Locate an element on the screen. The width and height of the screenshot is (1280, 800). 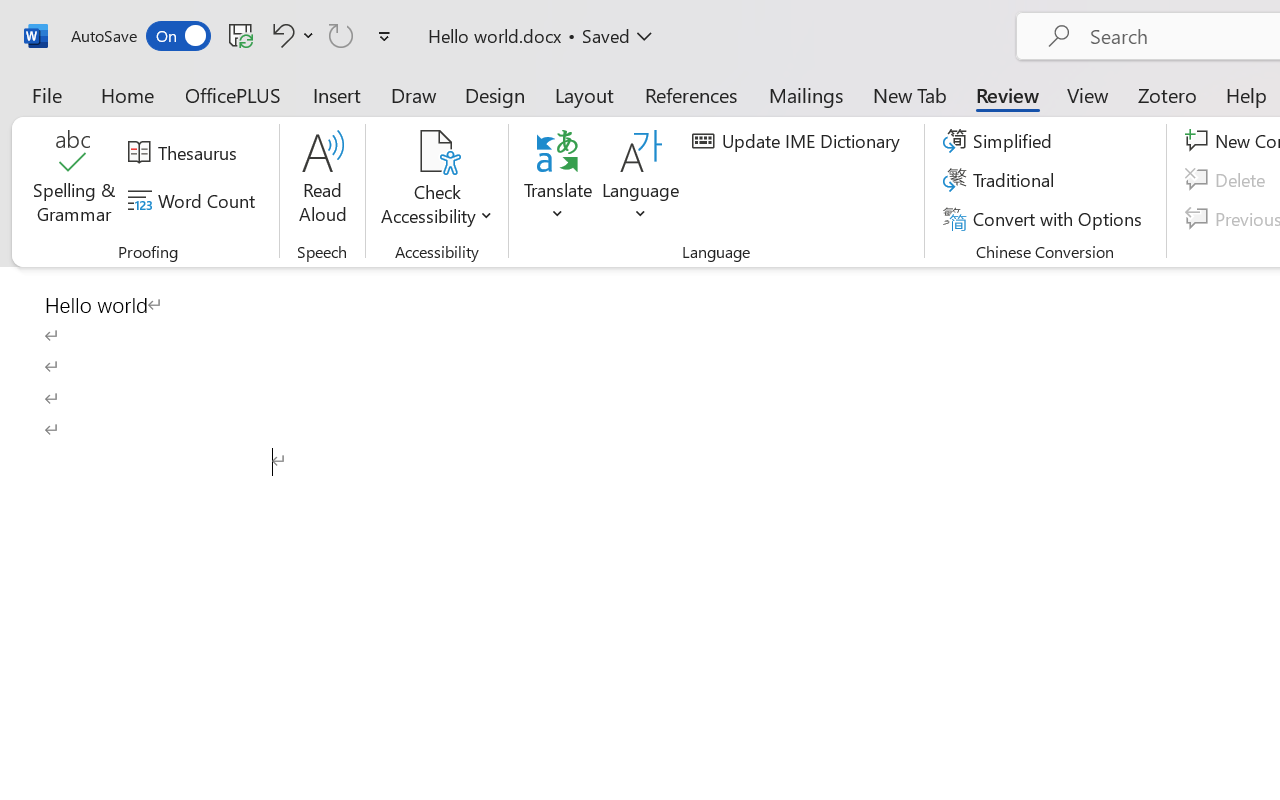
'Traditional' is located at coordinates (1002, 179).